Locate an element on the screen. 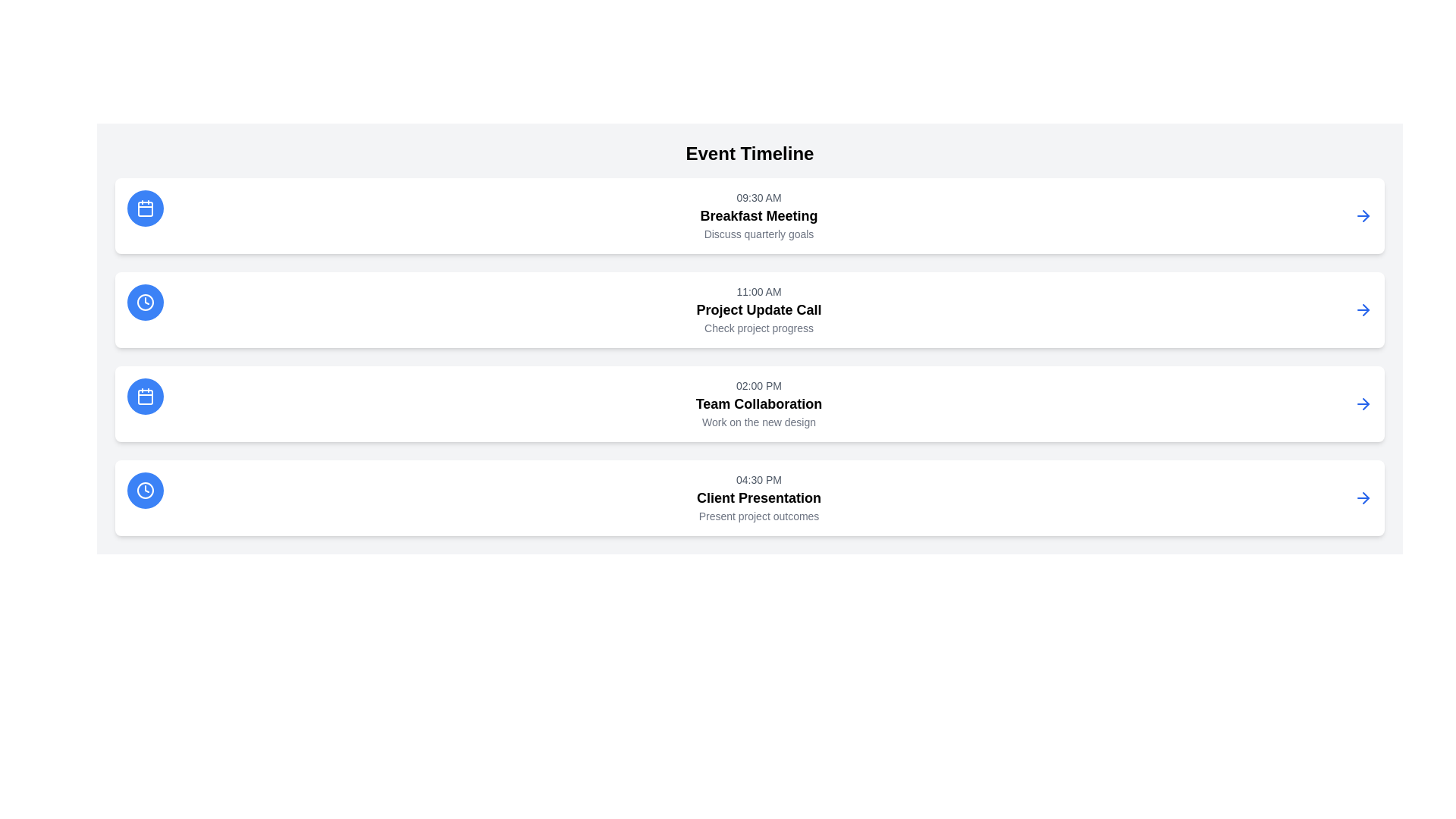 Image resolution: width=1456 pixels, height=819 pixels. the text label 'Project Update Call' which is displayed in bold and larger font size, located in the second item of the timeline list is located at coordinates (759, 309).